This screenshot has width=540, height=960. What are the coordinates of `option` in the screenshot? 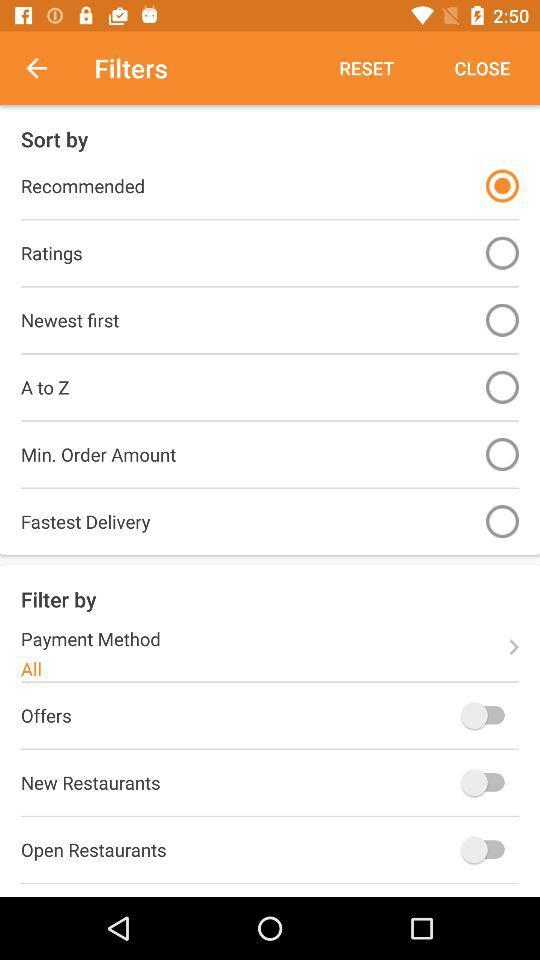 It's located at (501, 520).